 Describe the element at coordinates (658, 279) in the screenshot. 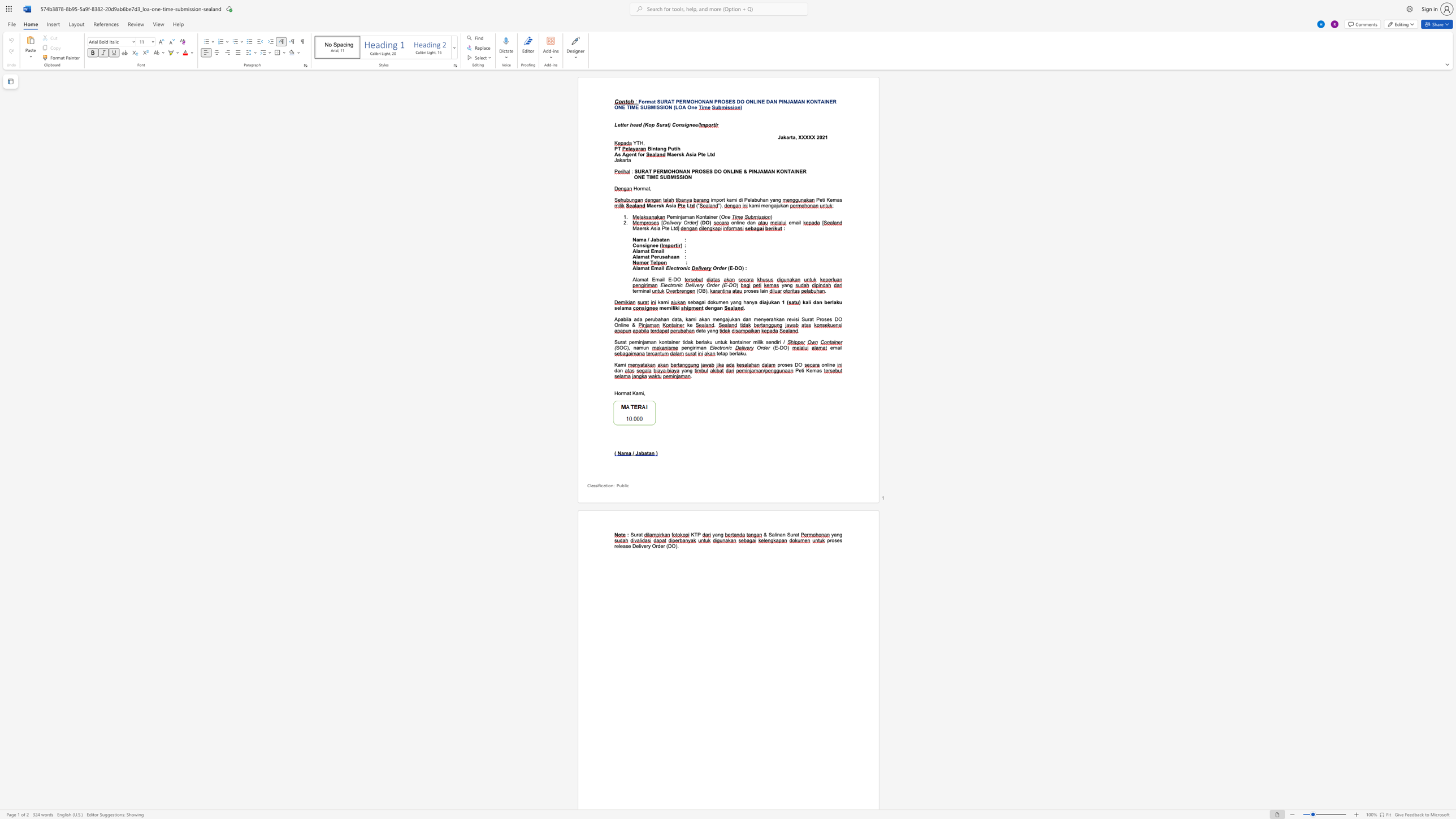

I see `the subset text "ail E-" within the text "Alamat Email E-DO"` at that location.